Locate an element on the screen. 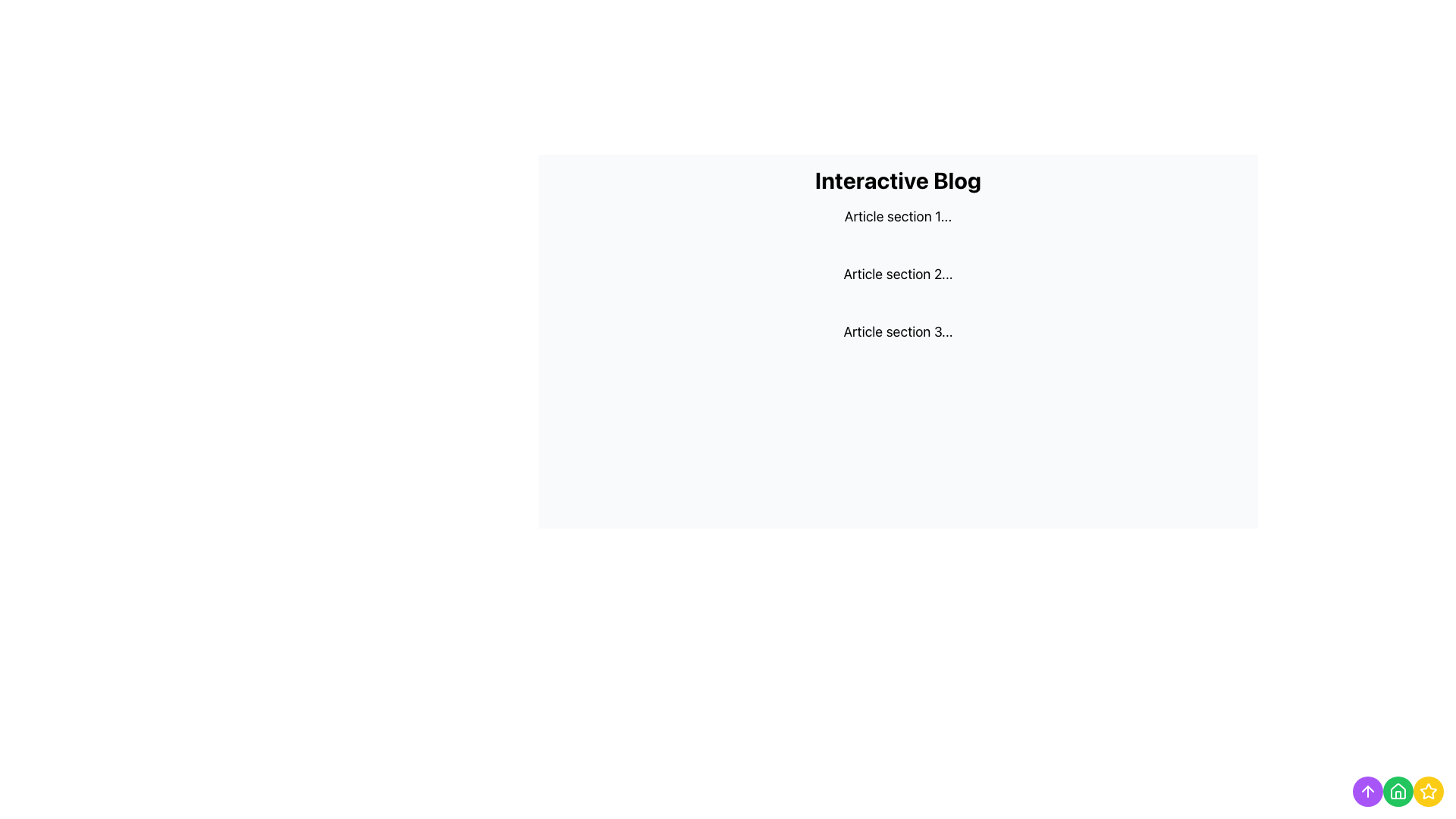 This screenshot has height=819, width=1456. the 'Home' navigation button located in the bottom-right corner of the interface is located at coordinates (1397, 791).